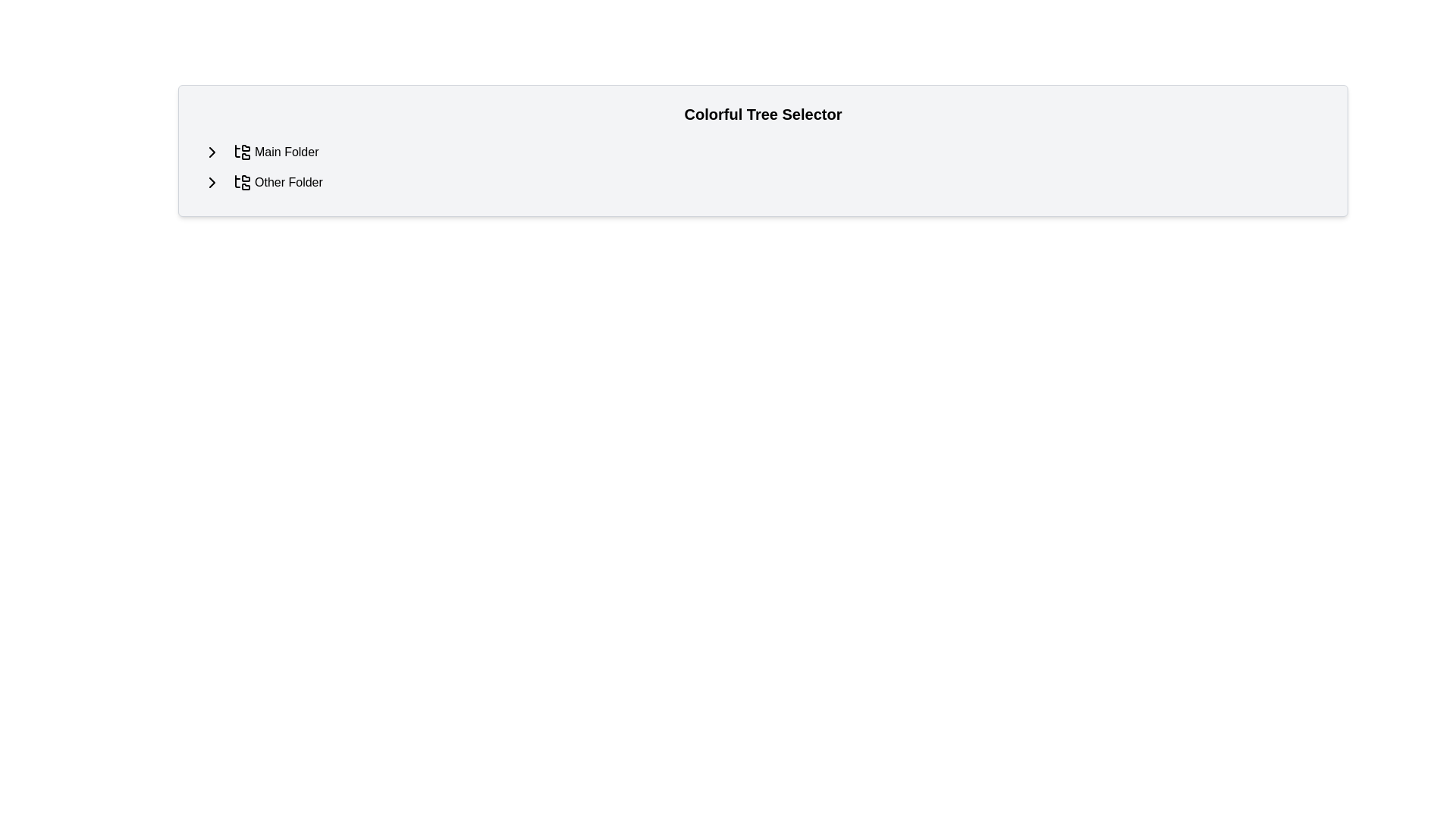  Describe the element at coordinates (276, 152) in the screenshot. I see `the first selectable folder label in the tree structure` at that location.